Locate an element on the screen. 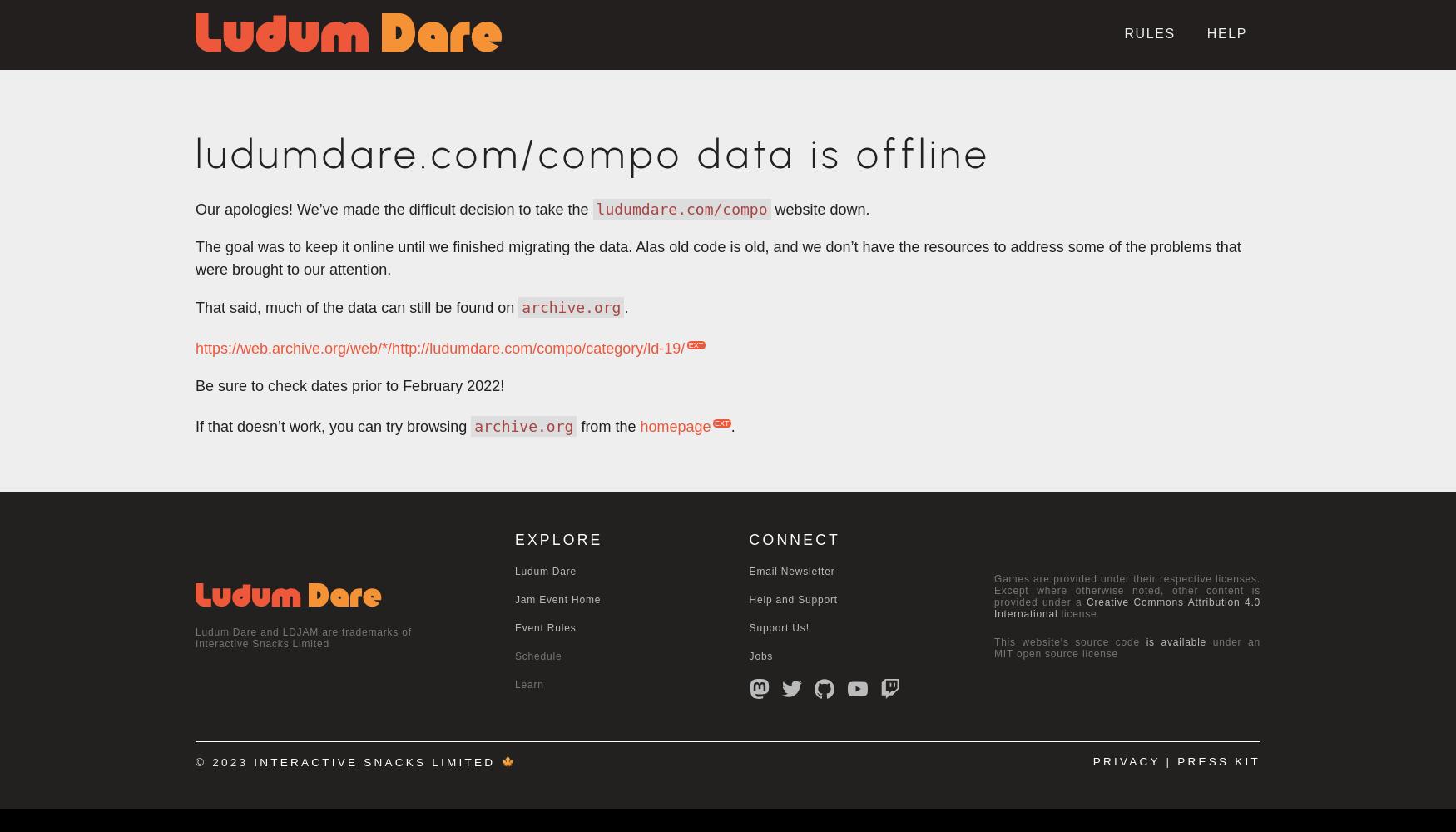  'license' is located at coordinates (1076, 613).